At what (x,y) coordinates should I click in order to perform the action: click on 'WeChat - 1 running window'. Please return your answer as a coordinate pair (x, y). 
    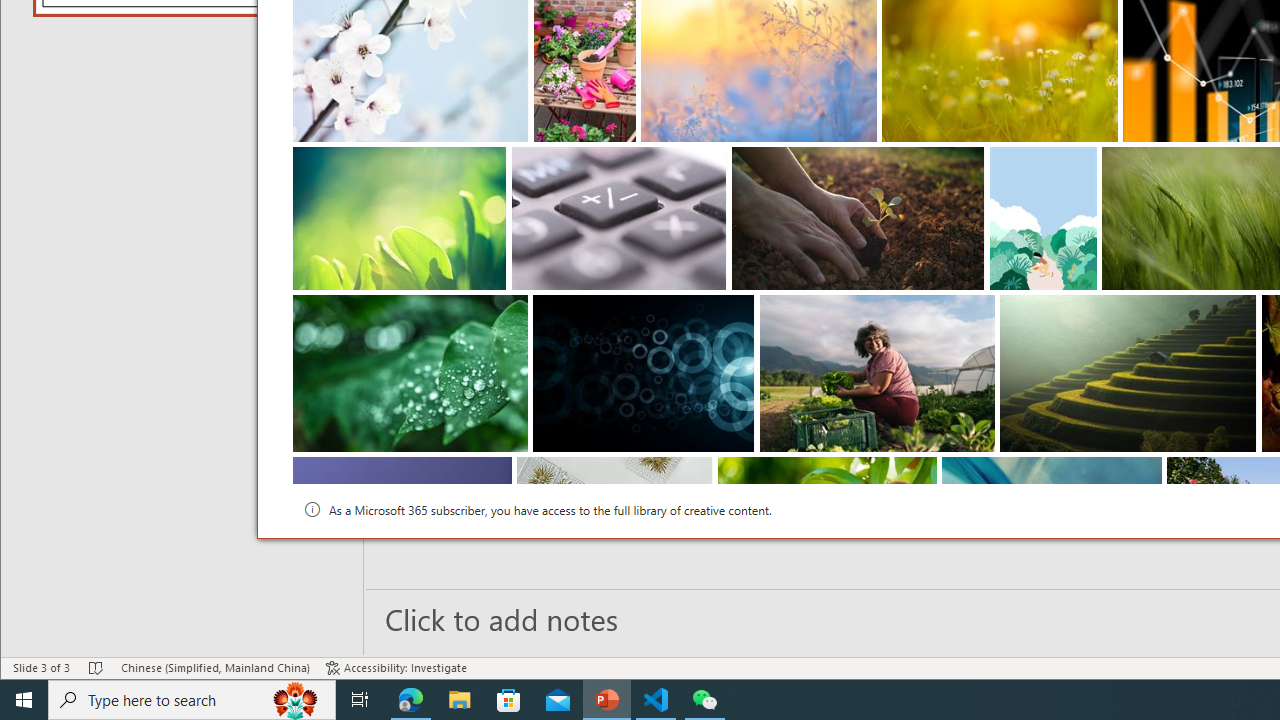
    Looking at the image, I should click on (705, 698).